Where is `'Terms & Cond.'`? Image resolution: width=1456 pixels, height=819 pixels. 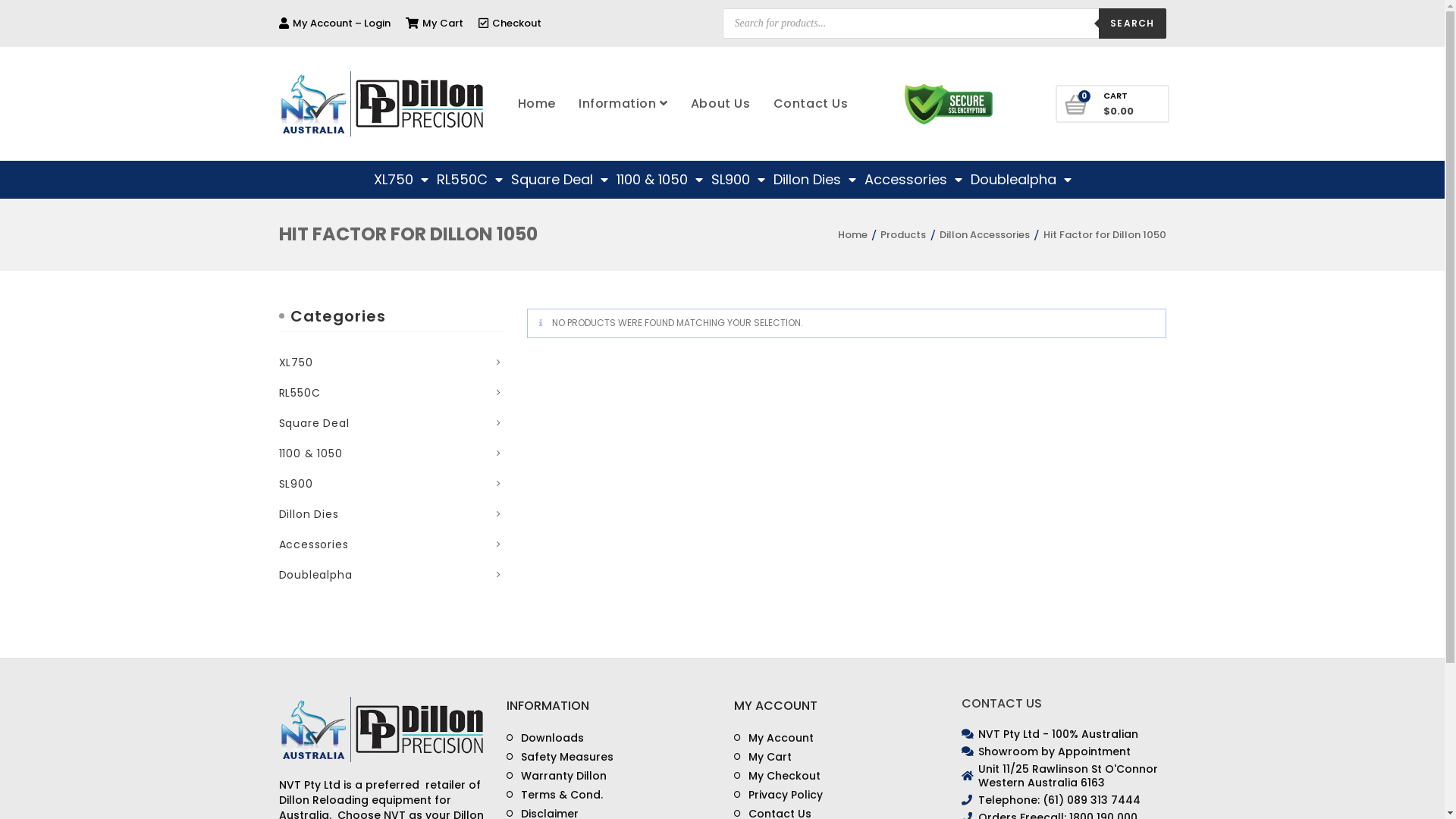 'Terms & Cond.' is located at coordinates (554, 794).